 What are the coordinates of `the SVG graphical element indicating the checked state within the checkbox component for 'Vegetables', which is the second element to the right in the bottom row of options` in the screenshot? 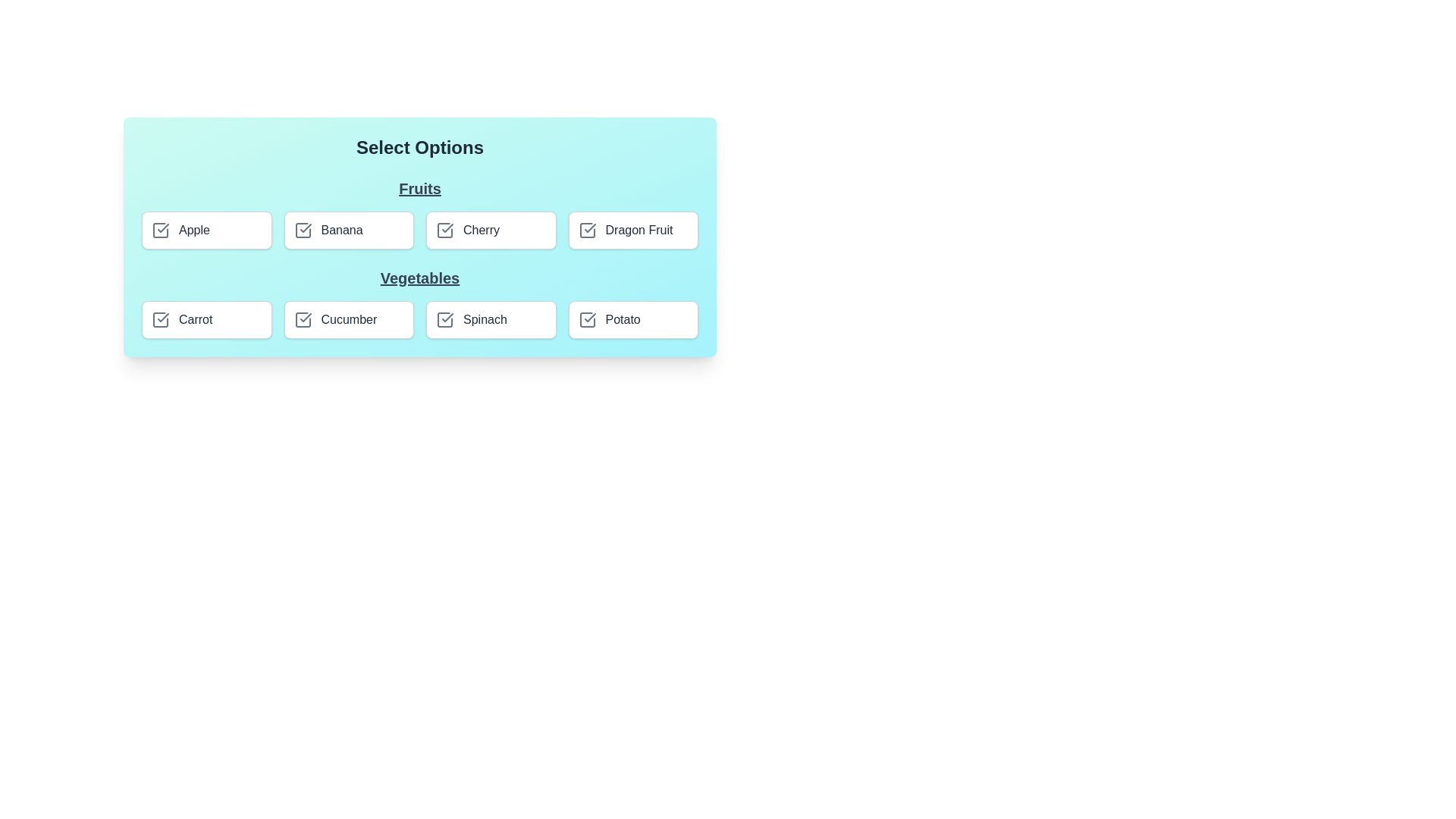 It's located at (588, 317).